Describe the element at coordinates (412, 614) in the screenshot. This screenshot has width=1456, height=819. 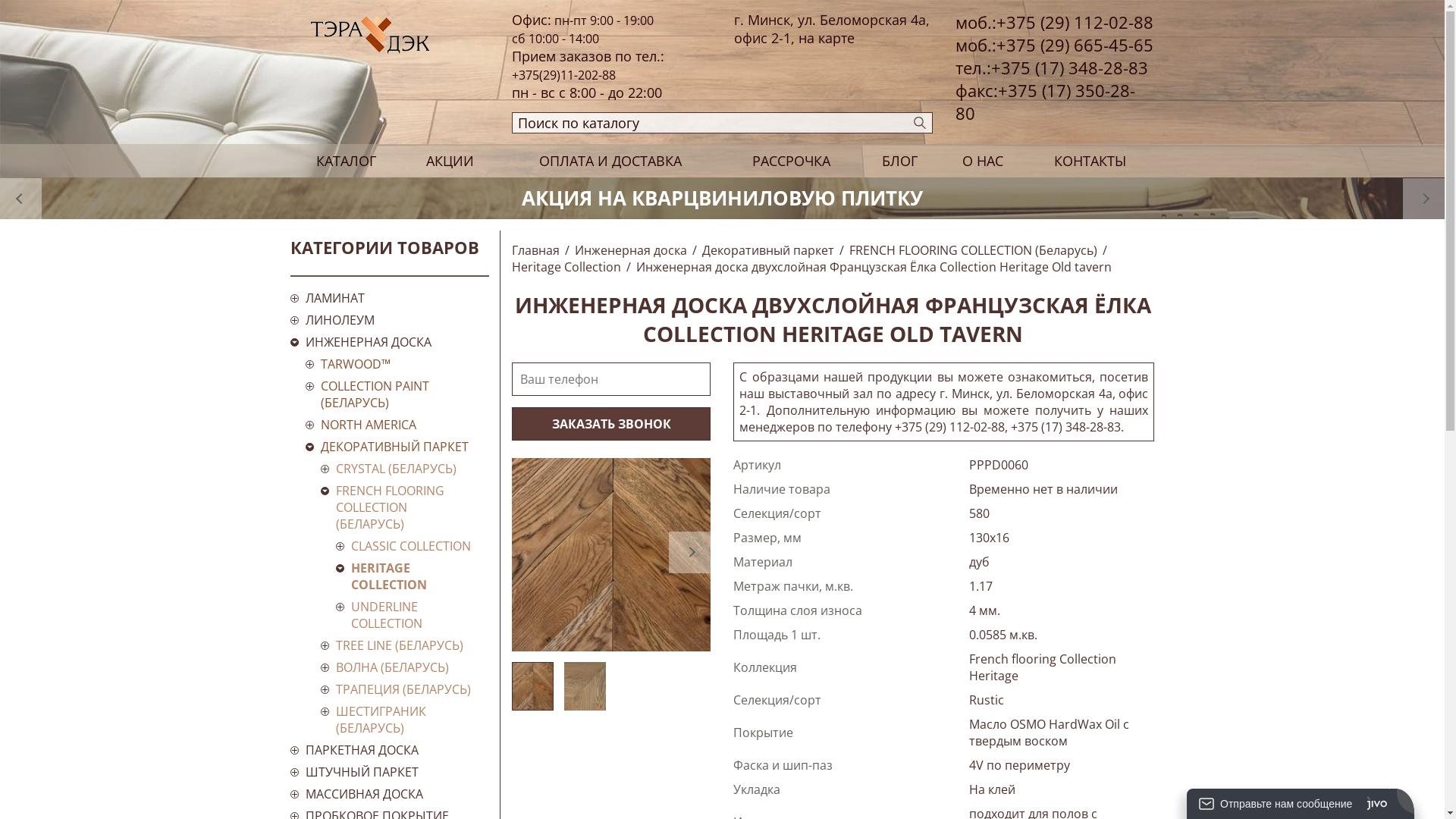
I see `'UNDERLINE COLLECTION'` at that location.